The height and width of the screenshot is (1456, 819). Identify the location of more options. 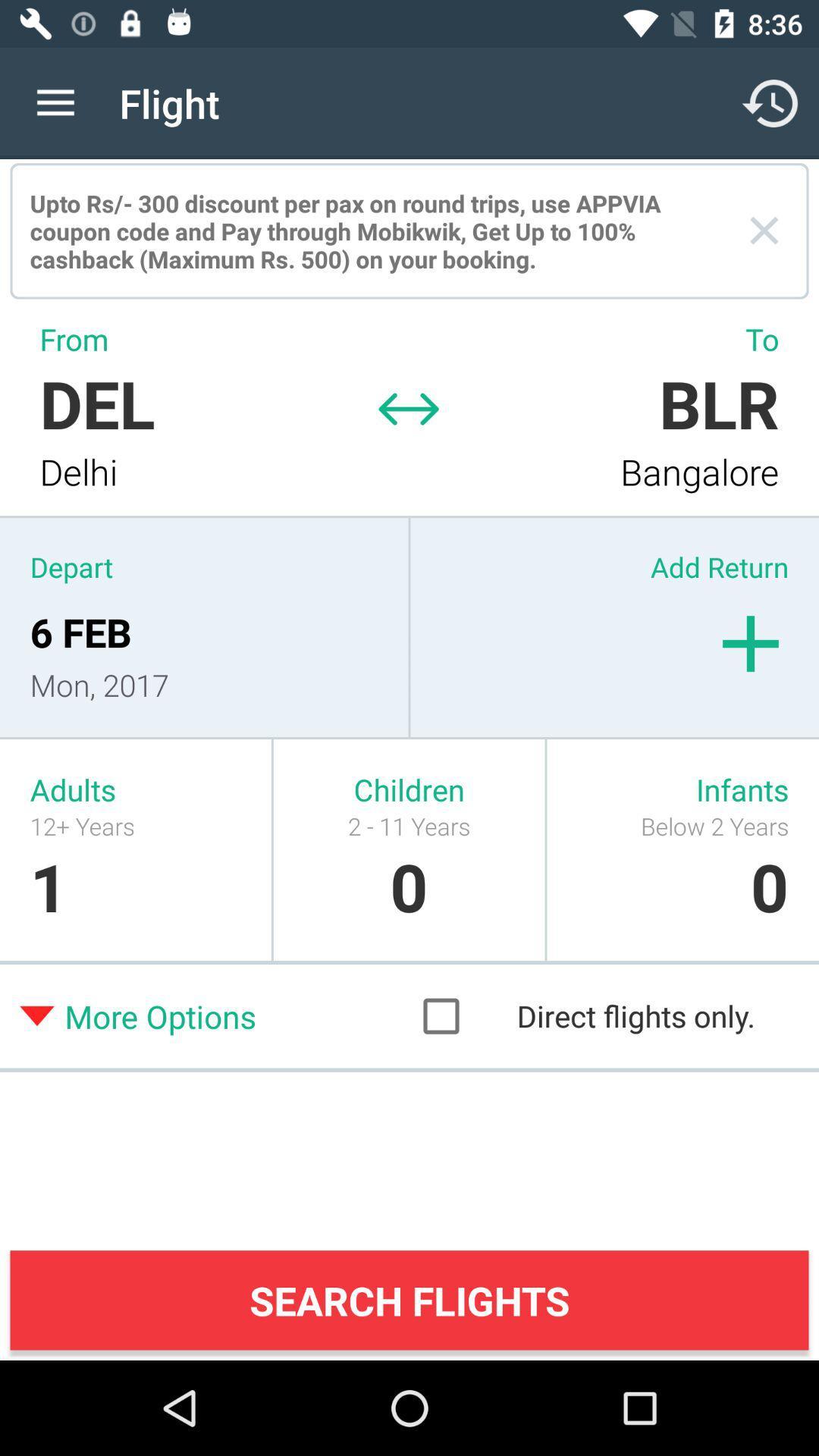
(214, 1015).